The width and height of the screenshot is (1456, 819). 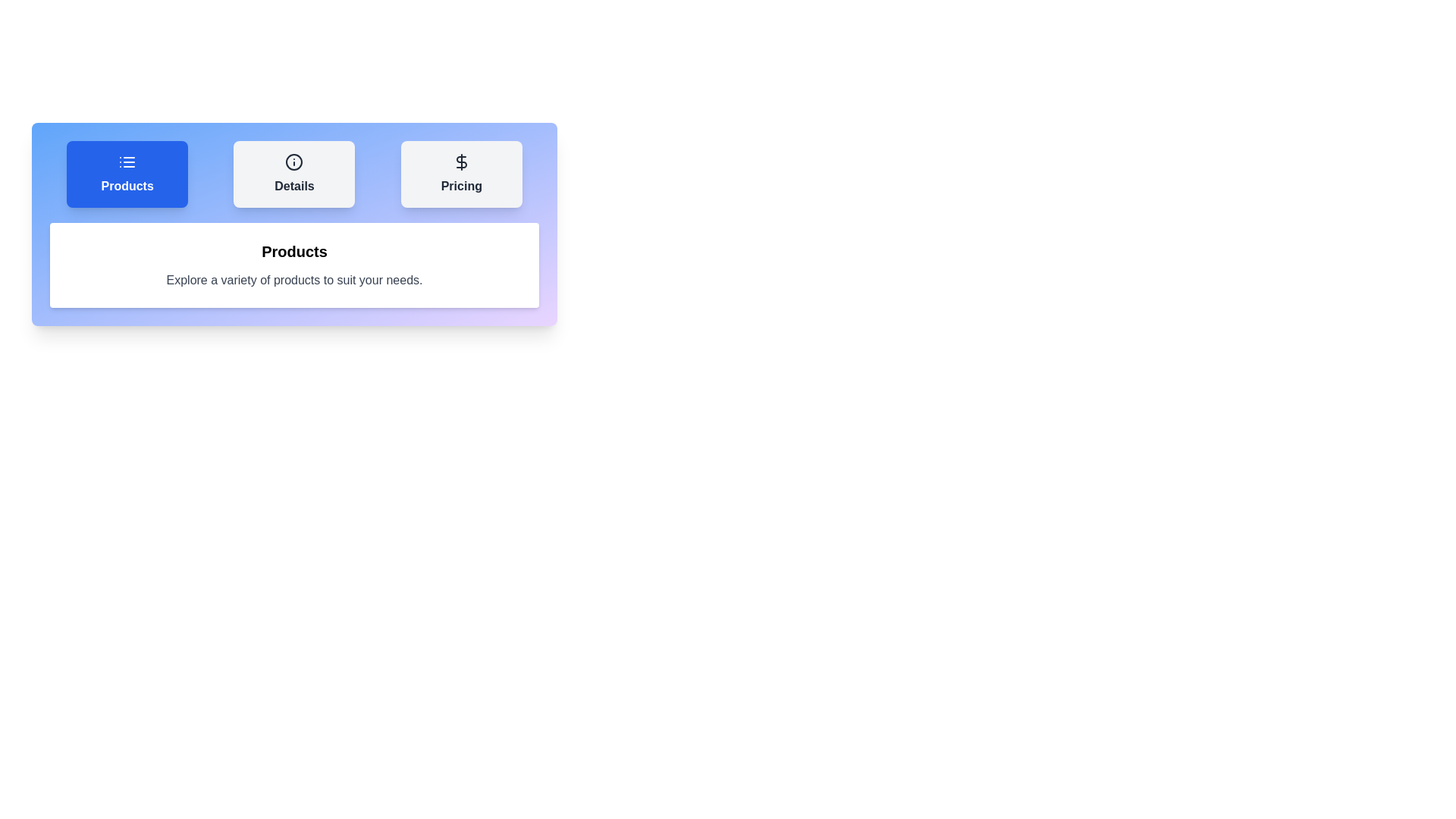 What do you see at coordinates (294, 174) in the screenshot?
I see `the tab button labeled Details` at bounding box center [294, 174].